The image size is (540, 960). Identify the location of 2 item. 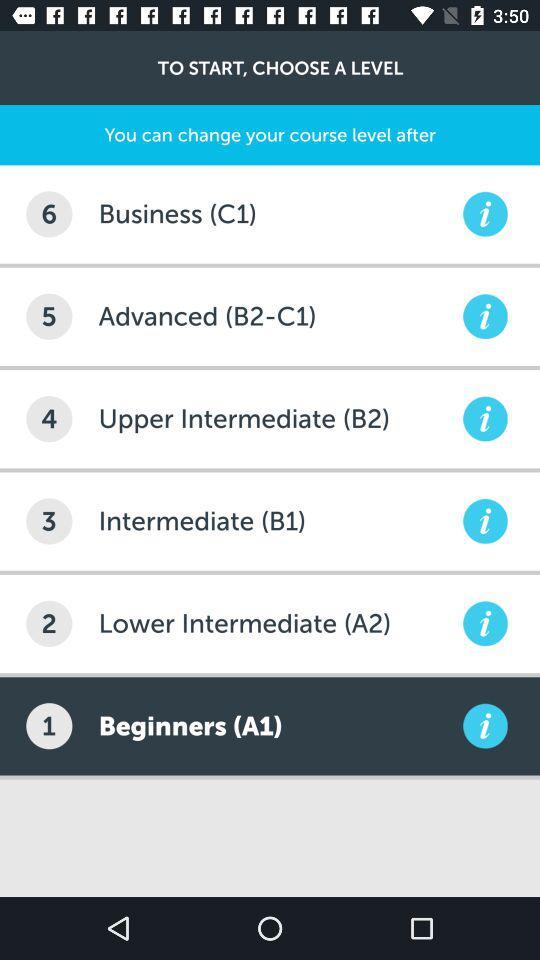
(49, 622).